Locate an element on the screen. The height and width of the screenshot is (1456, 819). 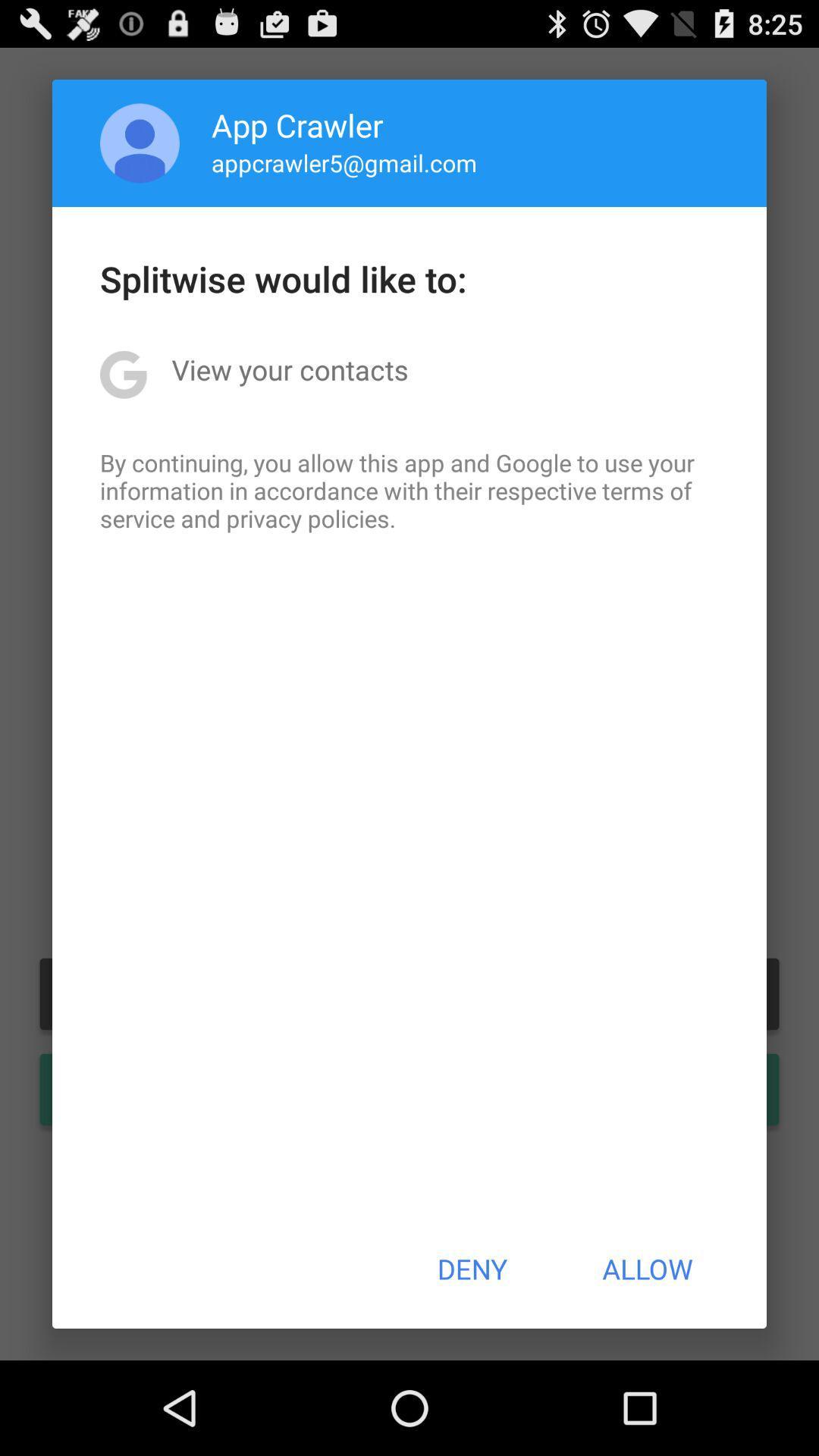
deny is located at coordinates (471, 1269).